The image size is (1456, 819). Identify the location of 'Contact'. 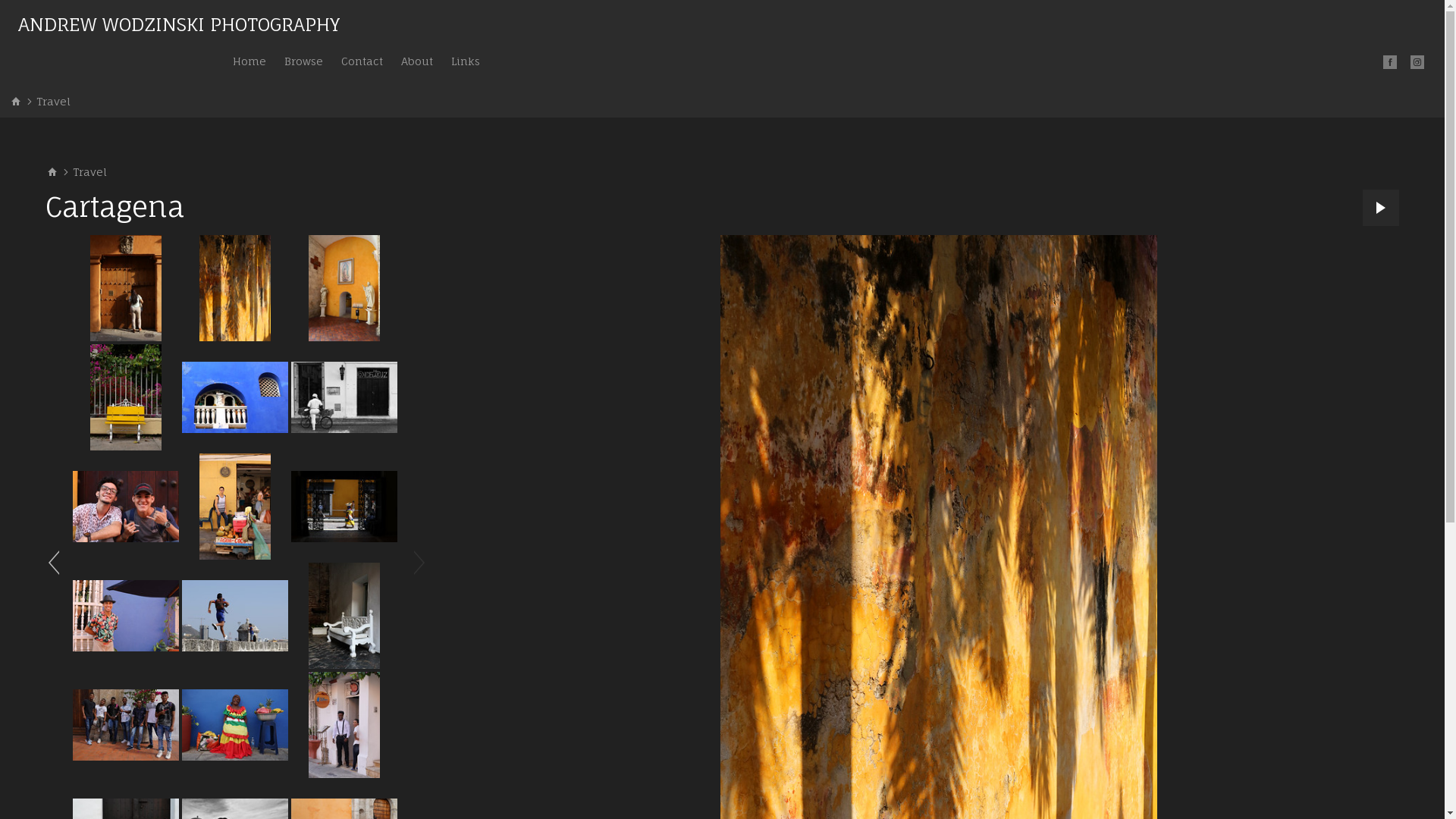
(361, 60).